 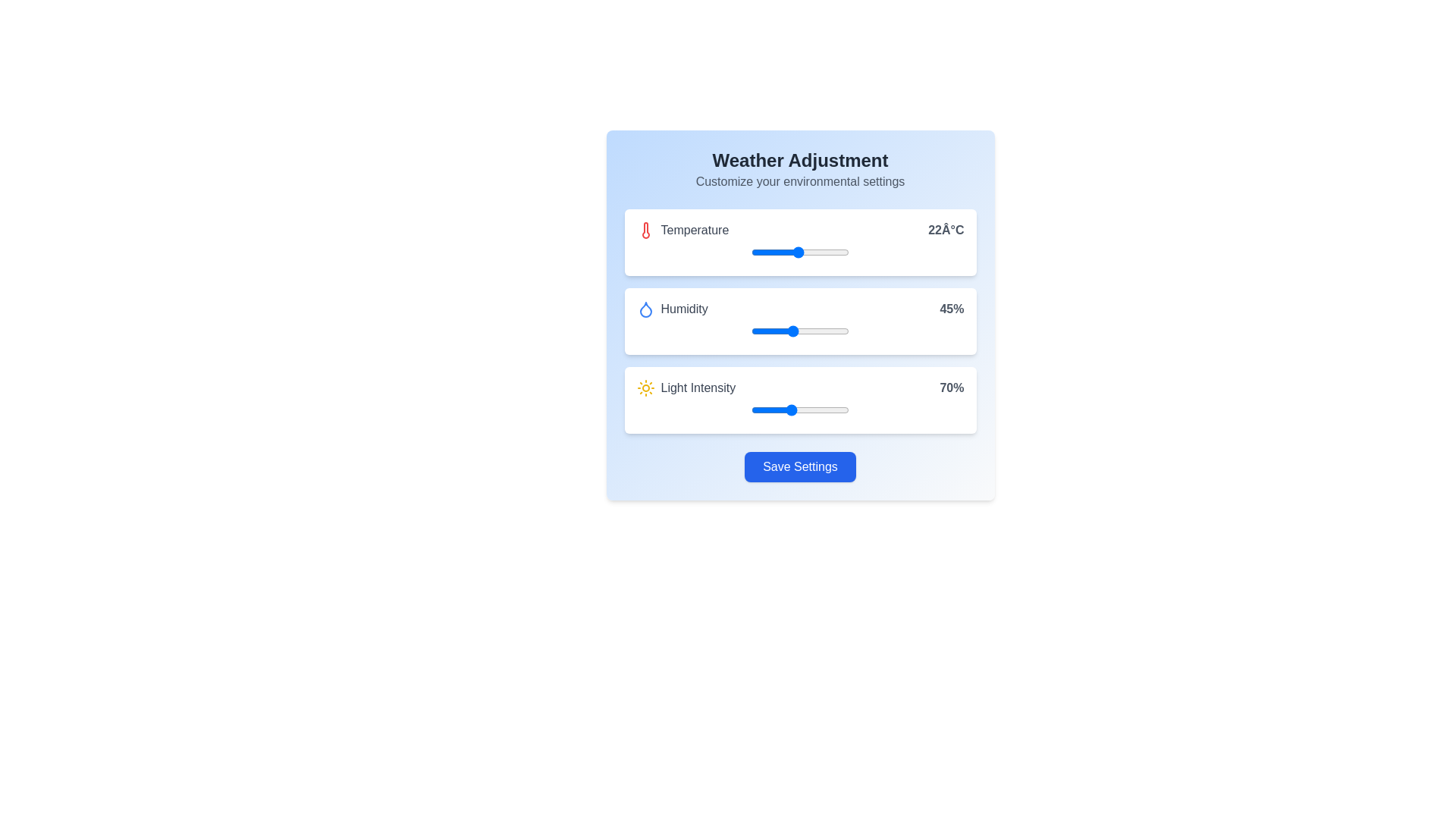 I want to click on the 'Light Intensity' label with accompanying icon, which is located above the slider bar and to the left of the percentage value '70%', so click(x=685, y=388).